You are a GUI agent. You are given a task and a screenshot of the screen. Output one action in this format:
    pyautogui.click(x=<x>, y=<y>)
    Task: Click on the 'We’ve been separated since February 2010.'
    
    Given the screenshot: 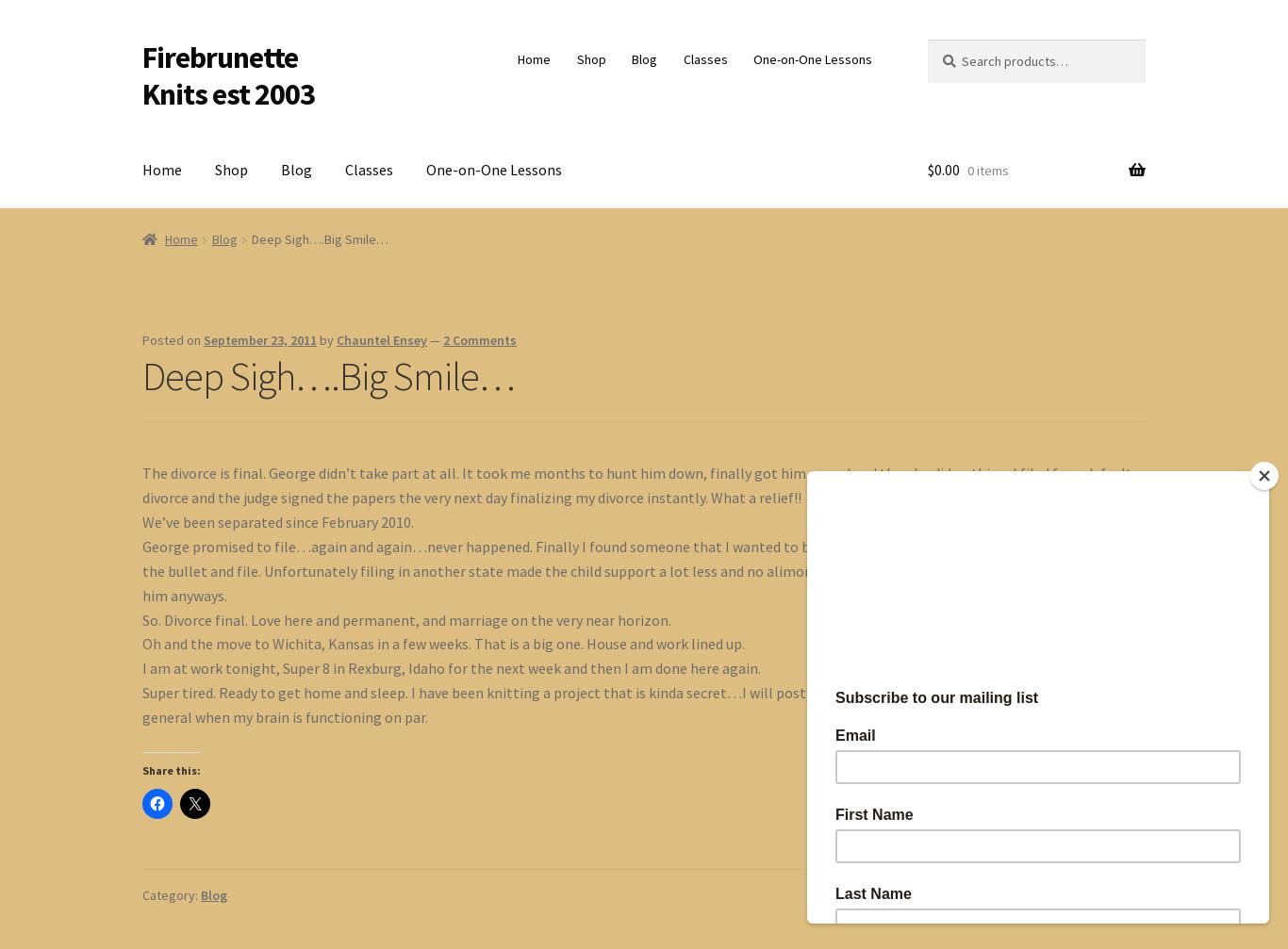 What is the action you would take?
    pyautogui.click(x=278, y=520)
    